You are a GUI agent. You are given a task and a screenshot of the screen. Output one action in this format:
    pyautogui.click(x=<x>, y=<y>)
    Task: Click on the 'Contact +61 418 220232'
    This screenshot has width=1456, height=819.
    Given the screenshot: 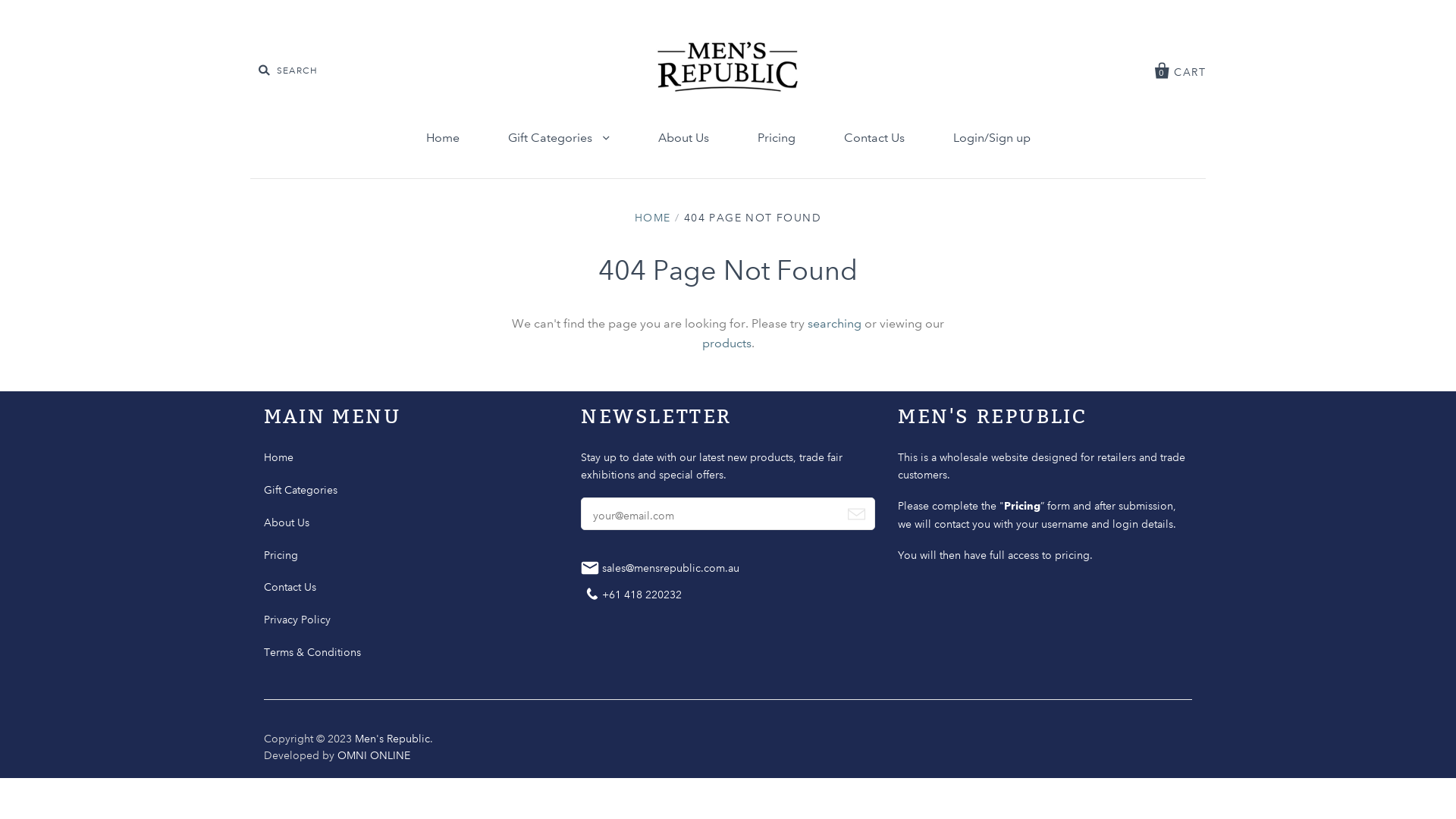 What is the action you would take?
    pyautogui.click(x=635, y=593)
    